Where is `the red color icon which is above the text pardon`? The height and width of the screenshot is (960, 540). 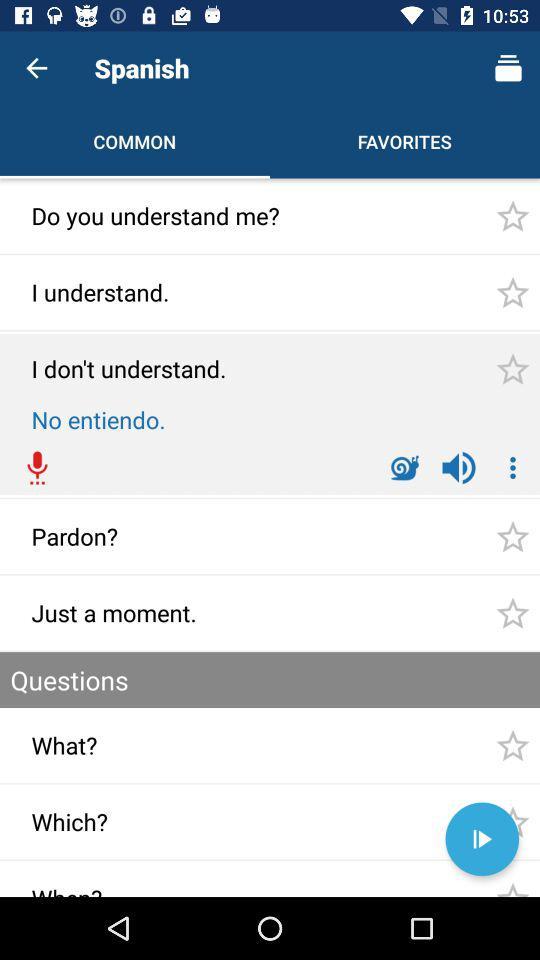
the red color icon which is above the text pardon is located at coordinates (37, 468).